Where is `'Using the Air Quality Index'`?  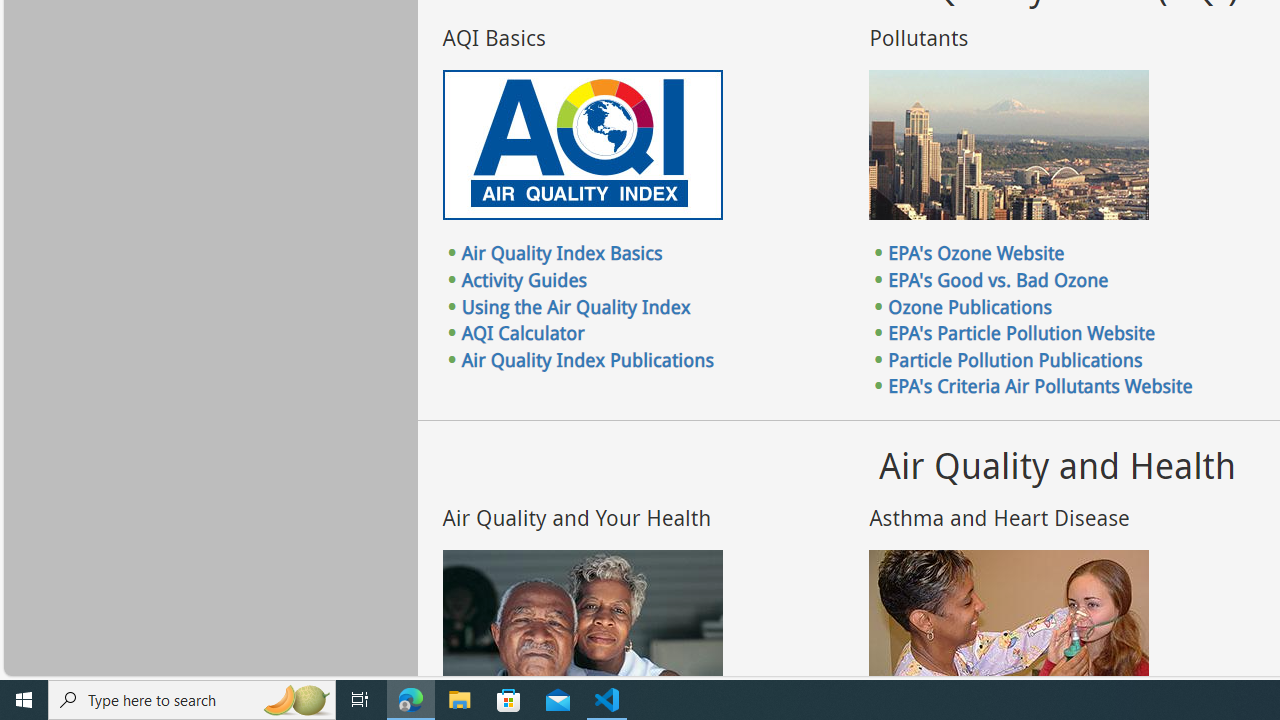
'Using the Air Quality Index' is located at coordinates (575, 306).